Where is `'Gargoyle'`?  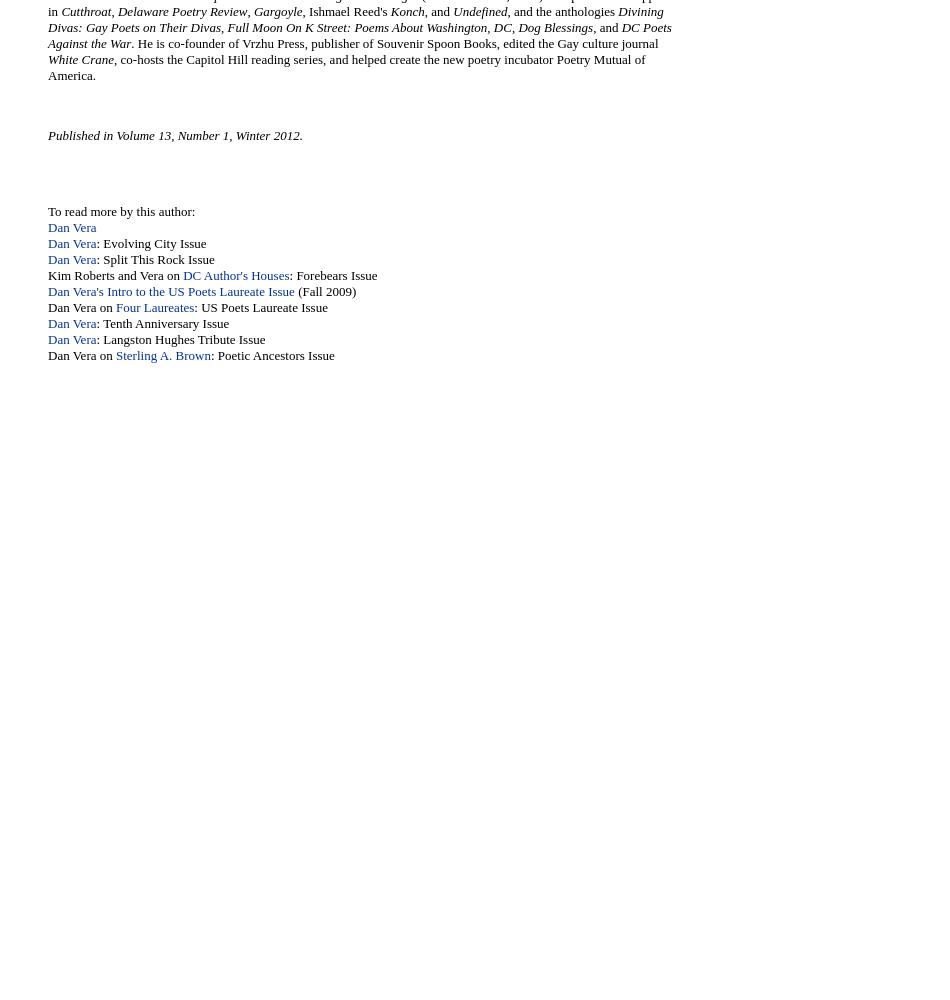
'Gargoyle' is located at coordinates (276, 11).